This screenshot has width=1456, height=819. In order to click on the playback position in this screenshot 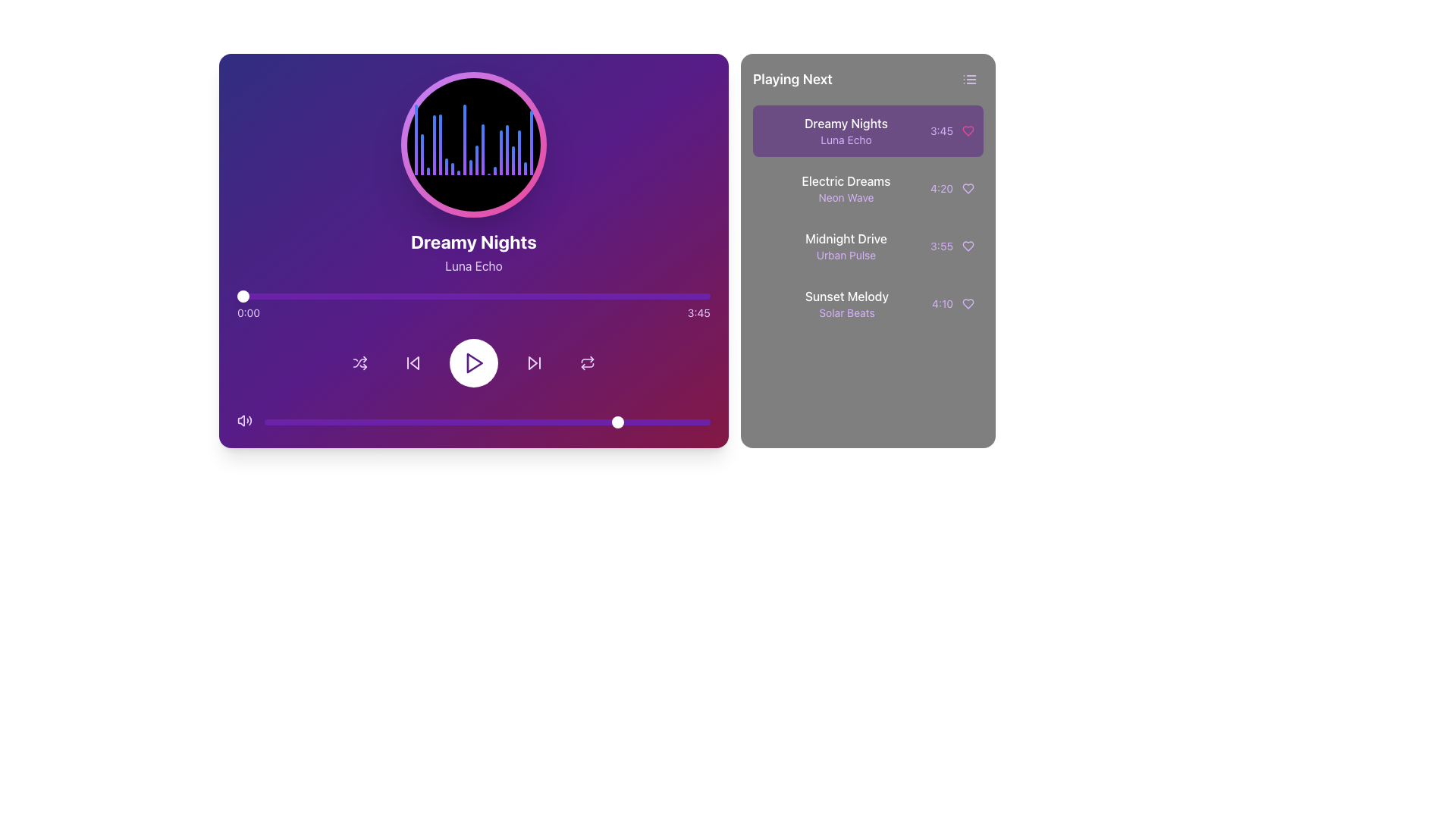, I will do `click(359, 296)`.